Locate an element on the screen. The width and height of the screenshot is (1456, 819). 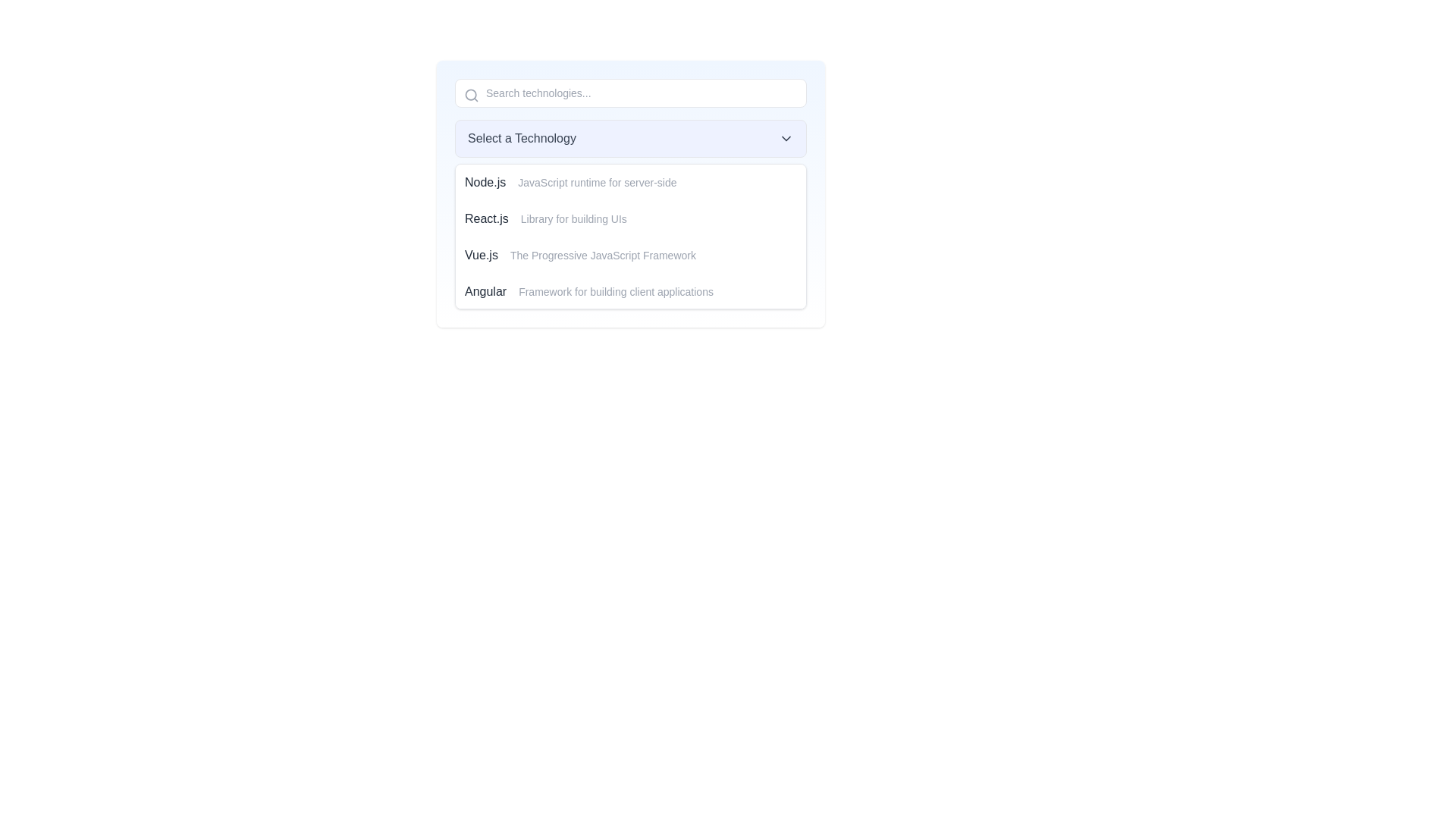
the text label for the technology selection, which is the second option in the list indicating 'Library for building UIs' is located at coordinates (486, 219).